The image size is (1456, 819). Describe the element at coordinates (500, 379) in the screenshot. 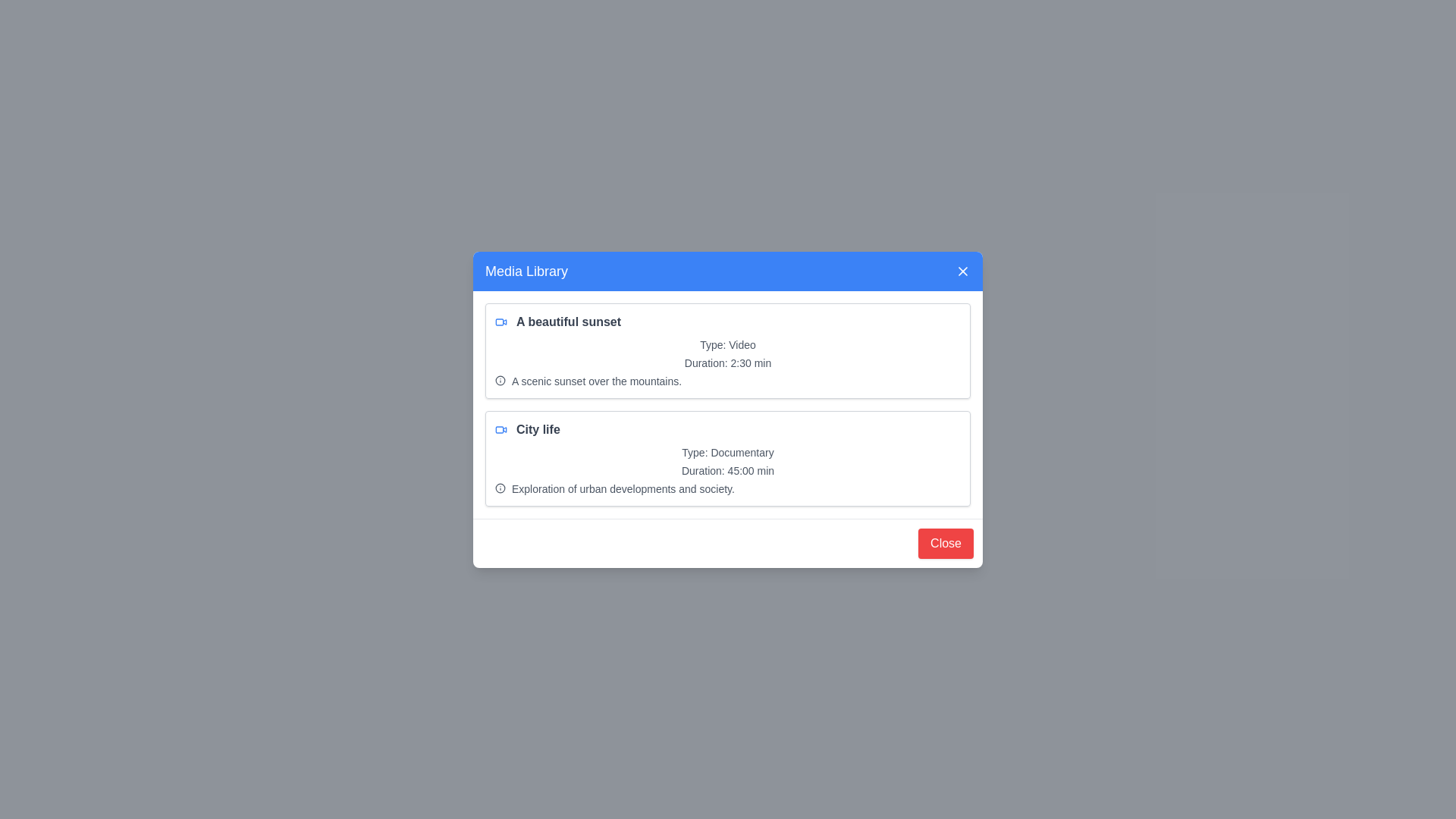

I see `the informational icon located to the left of the text 'A scenic sunset over the mountains.'` at that location.